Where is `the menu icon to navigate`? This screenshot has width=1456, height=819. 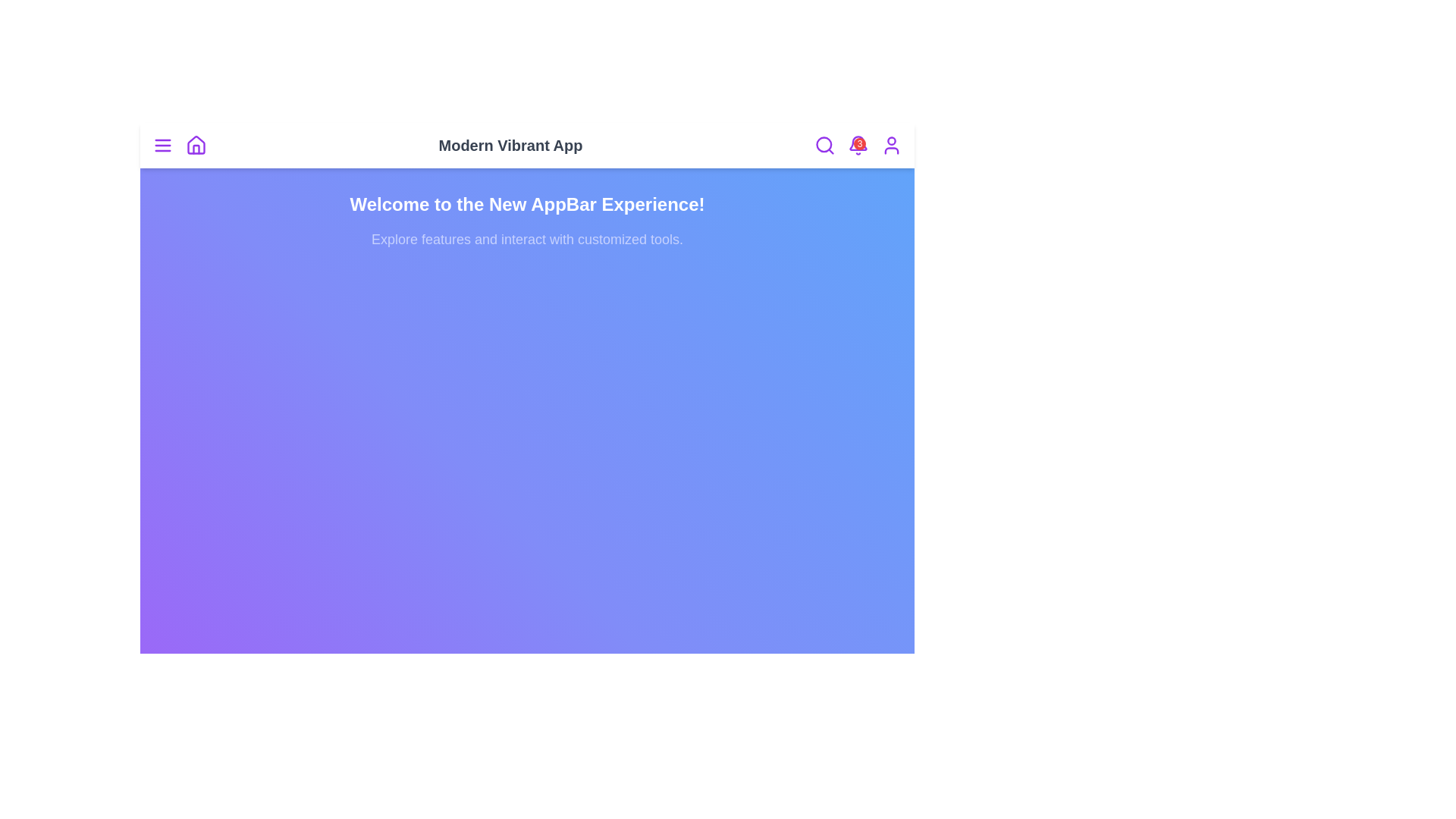
the menu icon to navigate is located at coordinates (163, 146).